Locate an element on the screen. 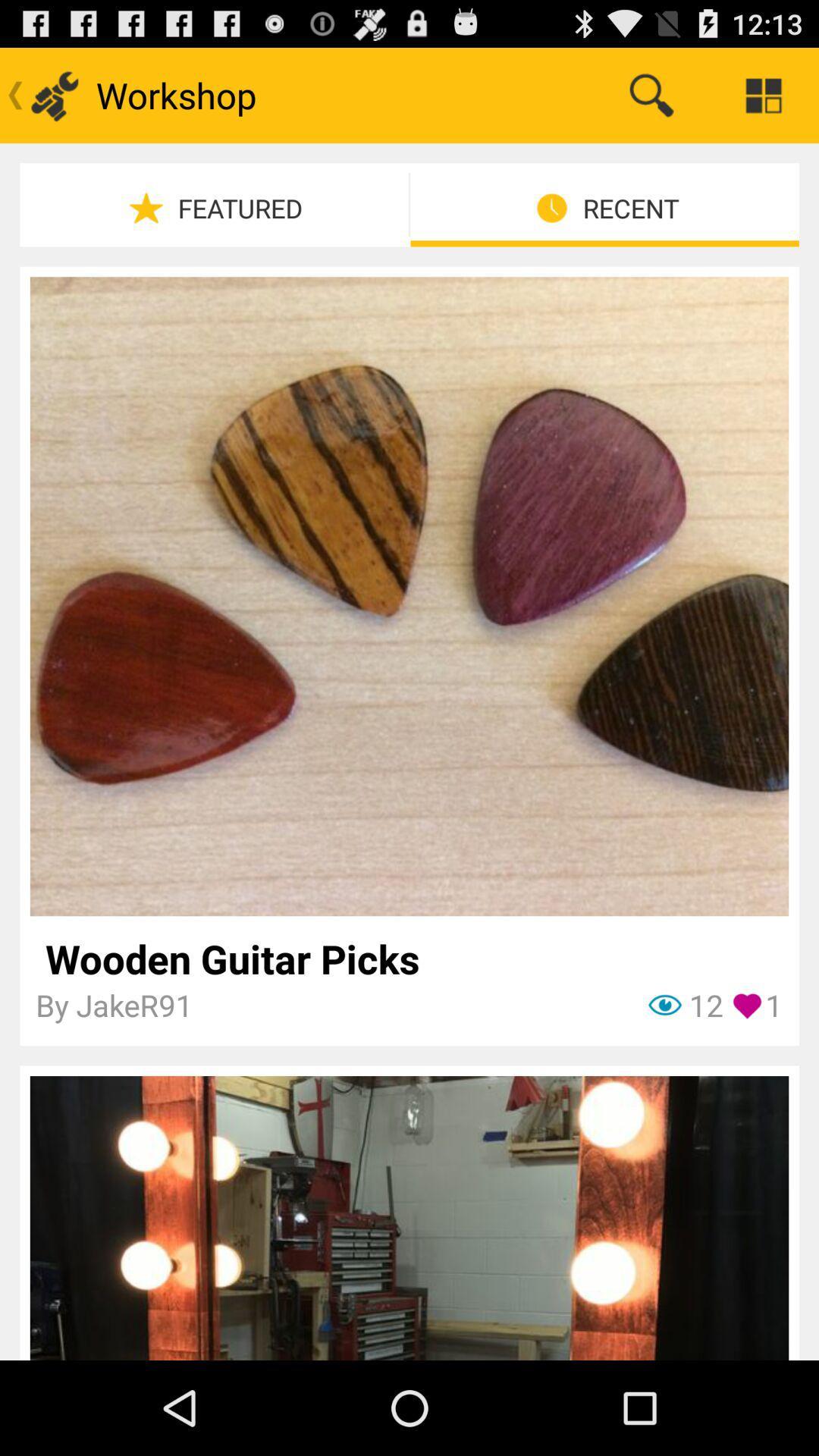 This screenshot has width=819, height=1456. the item next to workshop item is located at coordinates (651, 94).